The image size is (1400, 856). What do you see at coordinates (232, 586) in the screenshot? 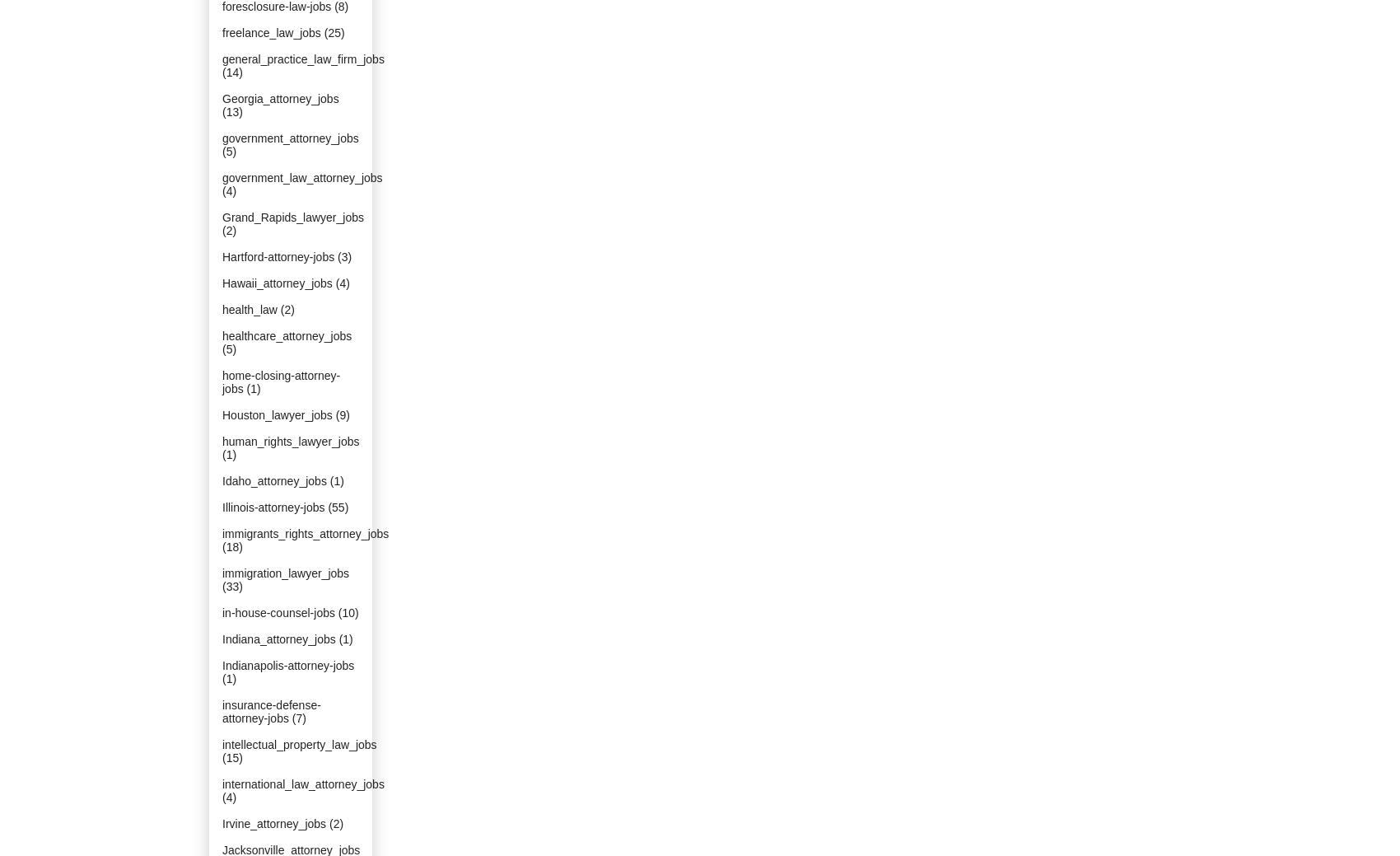
I see `'(33)'` at bounding box center [232, 586].